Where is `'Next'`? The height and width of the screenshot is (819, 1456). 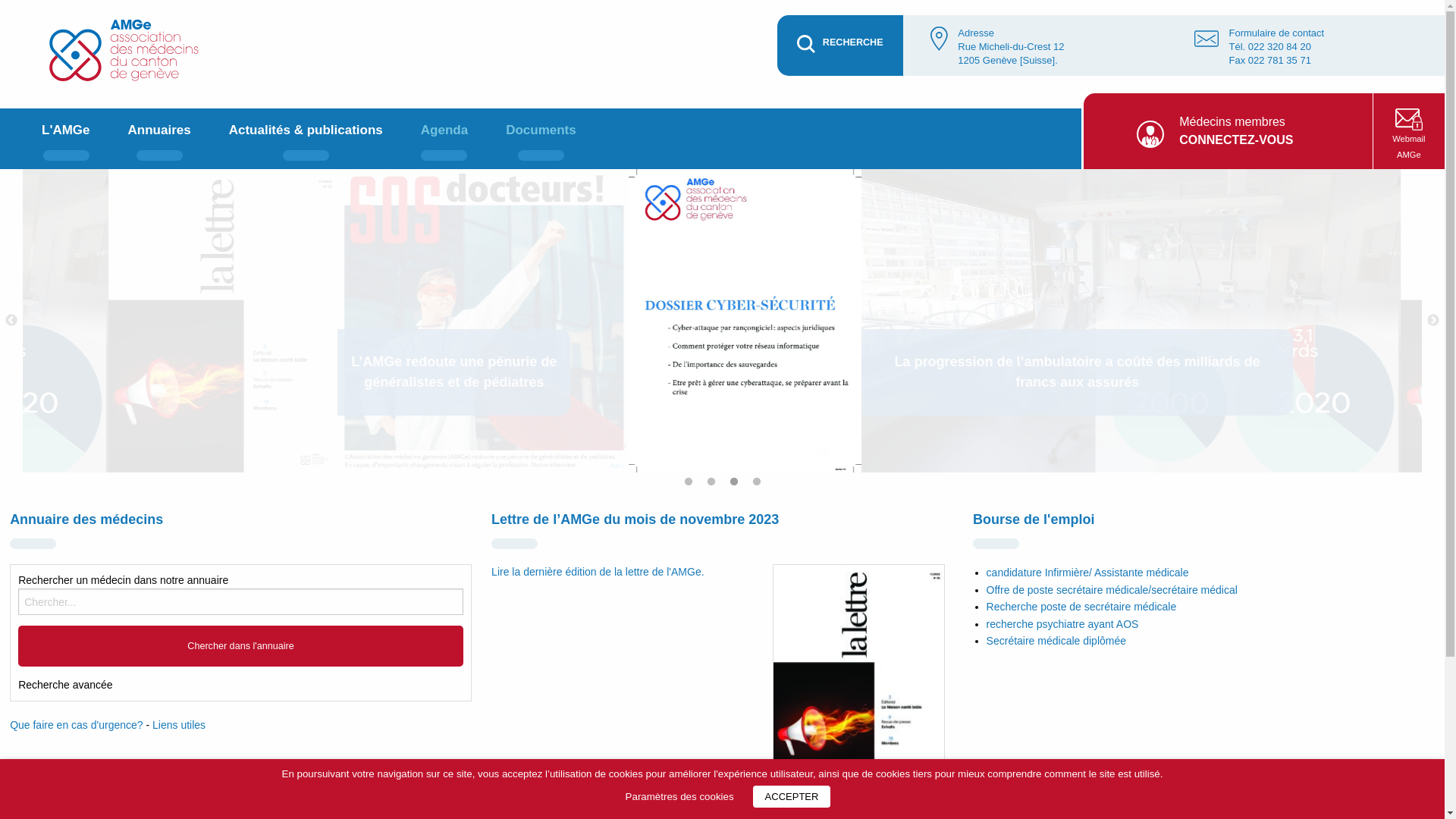 'Next' is located at coordinates (1432, 320).